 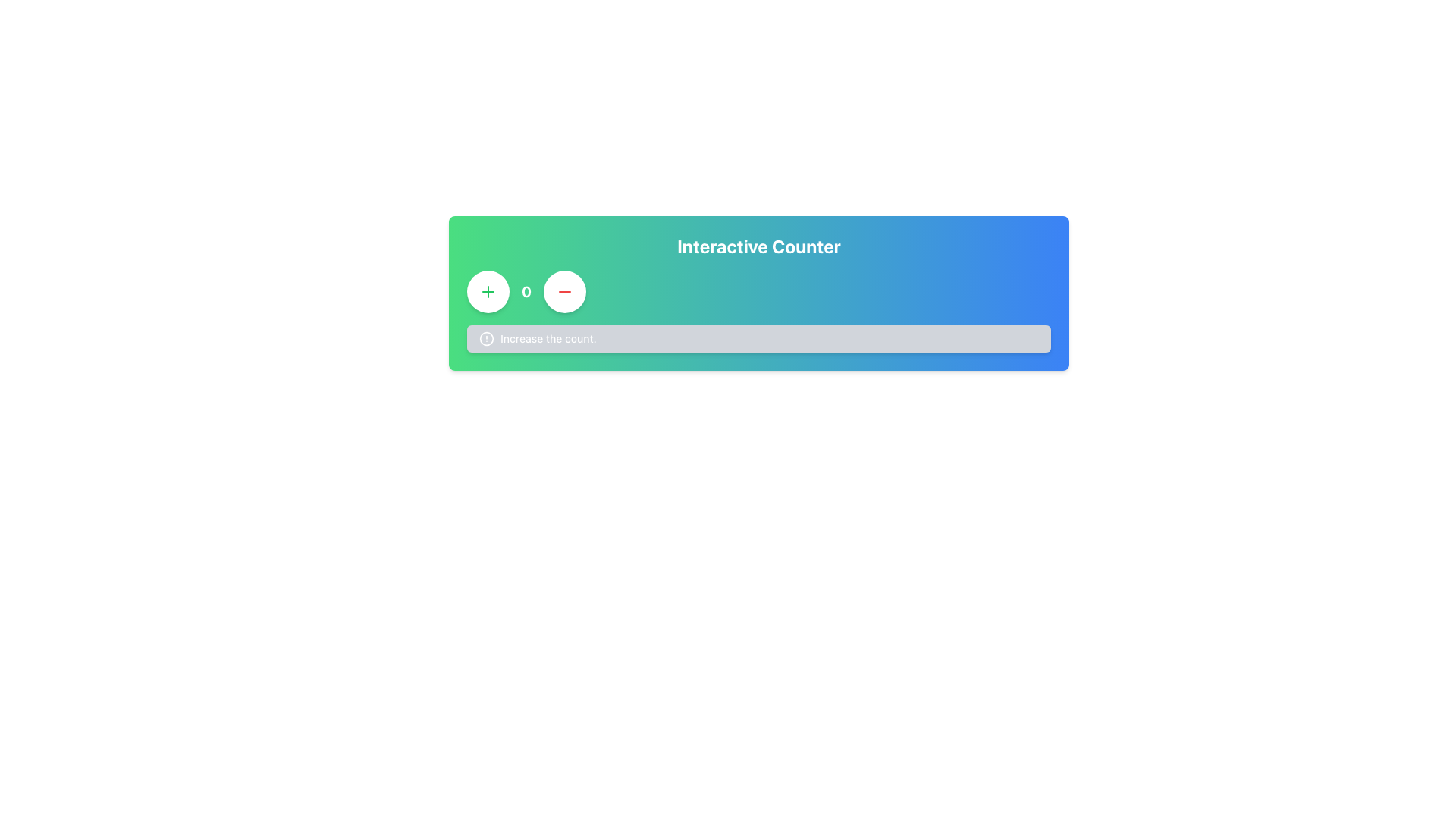 I want to click on the green circular '+' button located within the green-to-blue gradient rectangle to trigger hover effects, so click(x=488, y=292).